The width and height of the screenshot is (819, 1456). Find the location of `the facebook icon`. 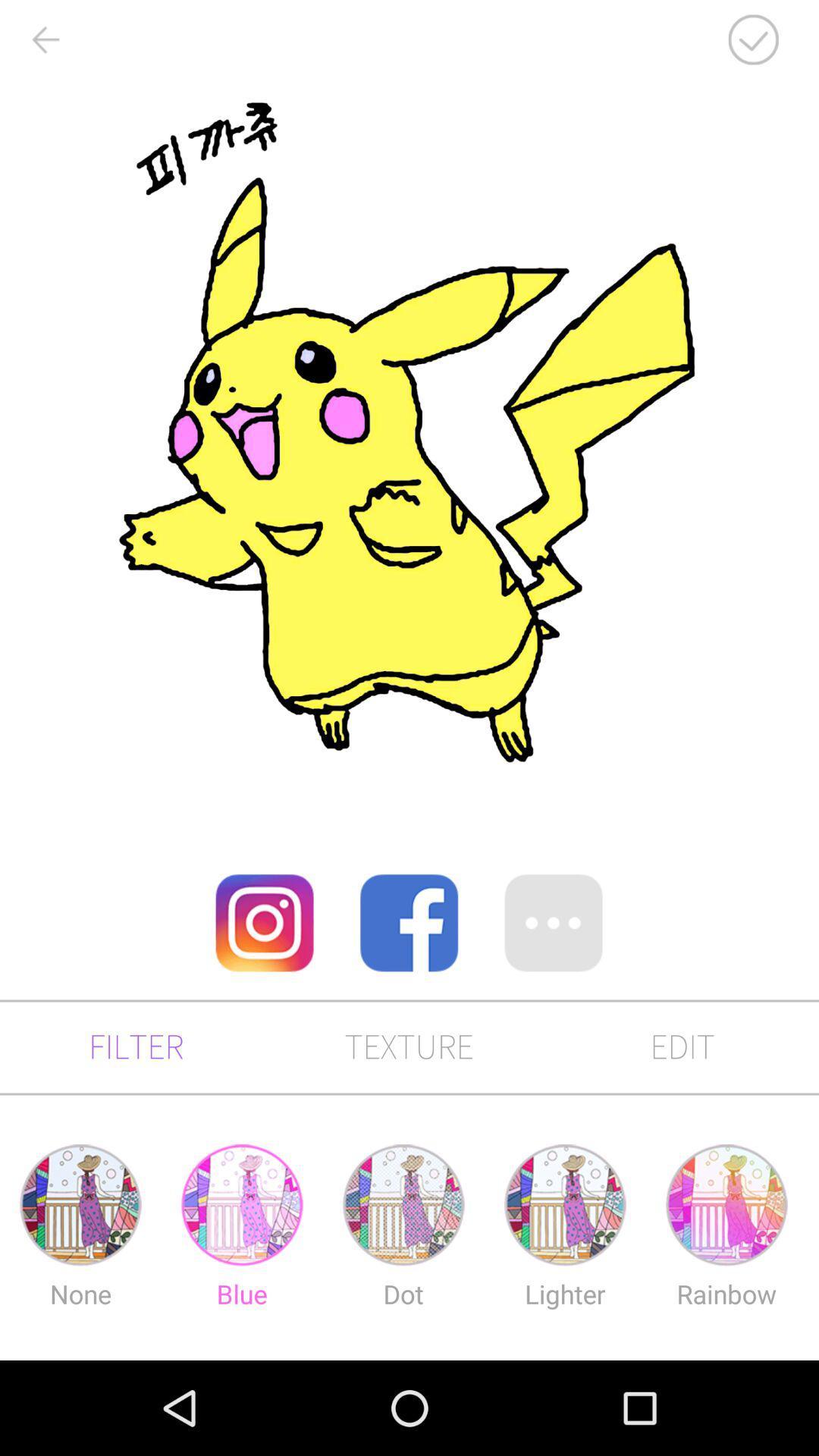

the facebook icon is located at coordinates (408, 922).